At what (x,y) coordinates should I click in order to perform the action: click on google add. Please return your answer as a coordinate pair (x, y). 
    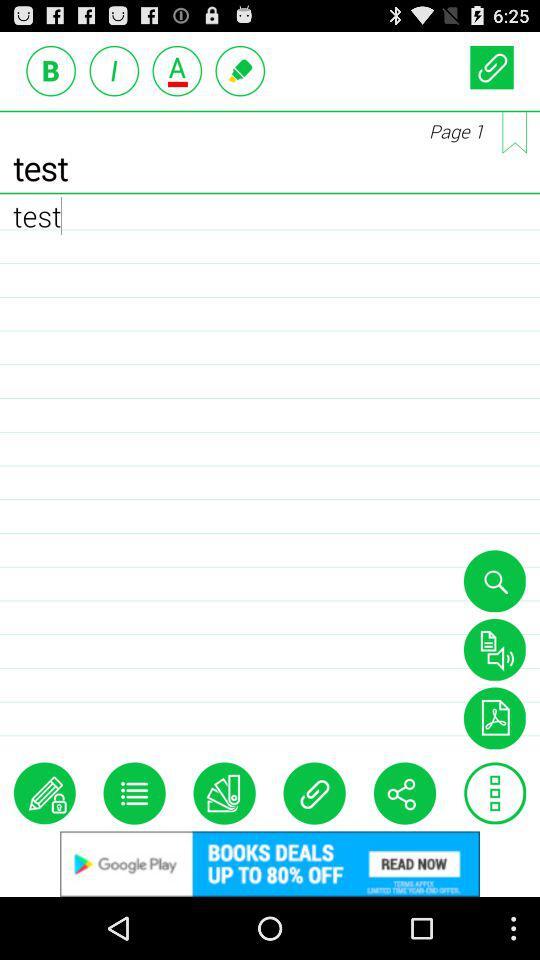
    Looking at the image, I should click on (270, 863).